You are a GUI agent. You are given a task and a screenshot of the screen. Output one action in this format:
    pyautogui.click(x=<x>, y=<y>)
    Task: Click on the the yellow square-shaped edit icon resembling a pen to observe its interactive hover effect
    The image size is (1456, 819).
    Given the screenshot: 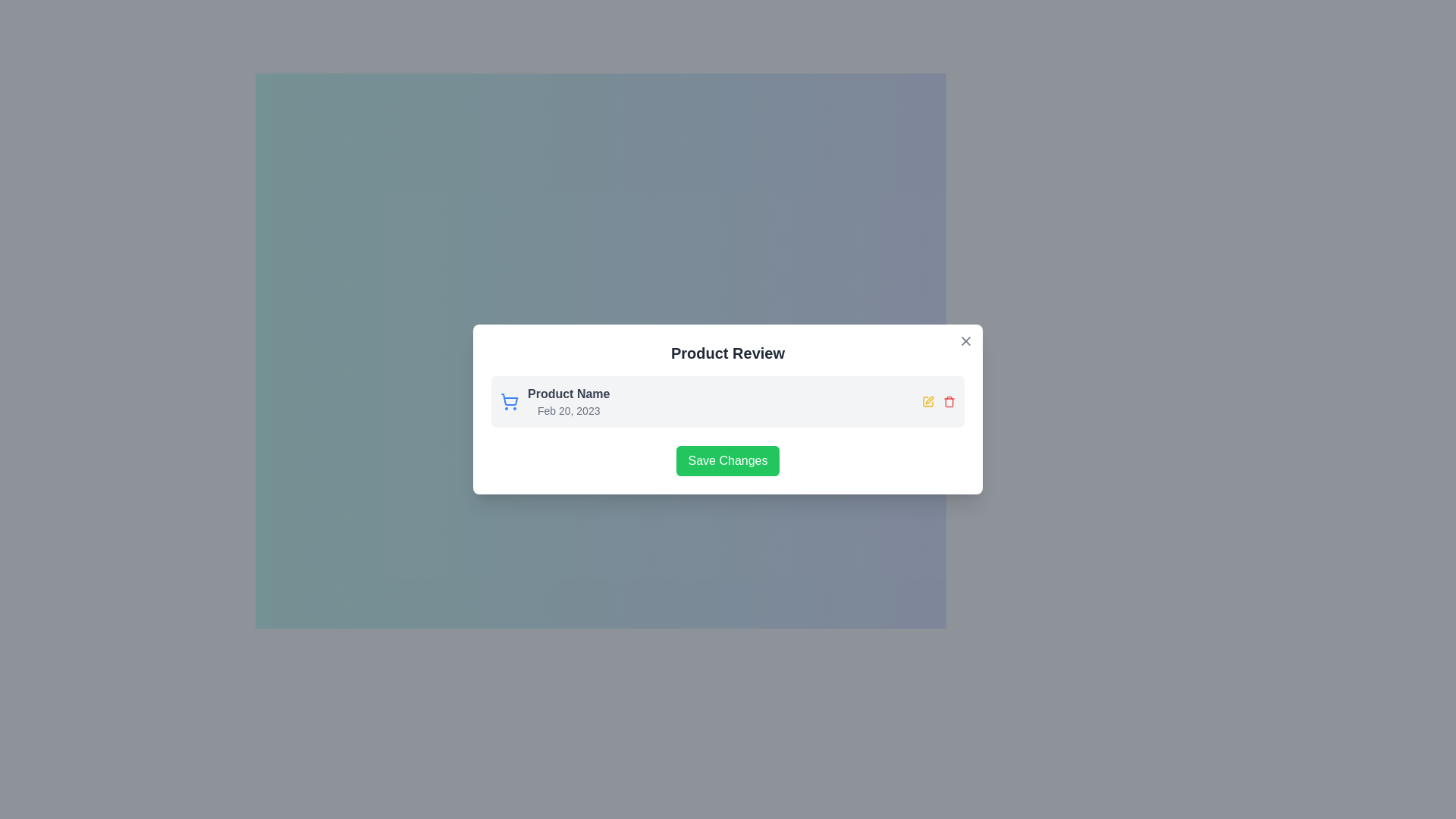 What is the action you would take?
    pyautogui.click(x=927, y=400)
    